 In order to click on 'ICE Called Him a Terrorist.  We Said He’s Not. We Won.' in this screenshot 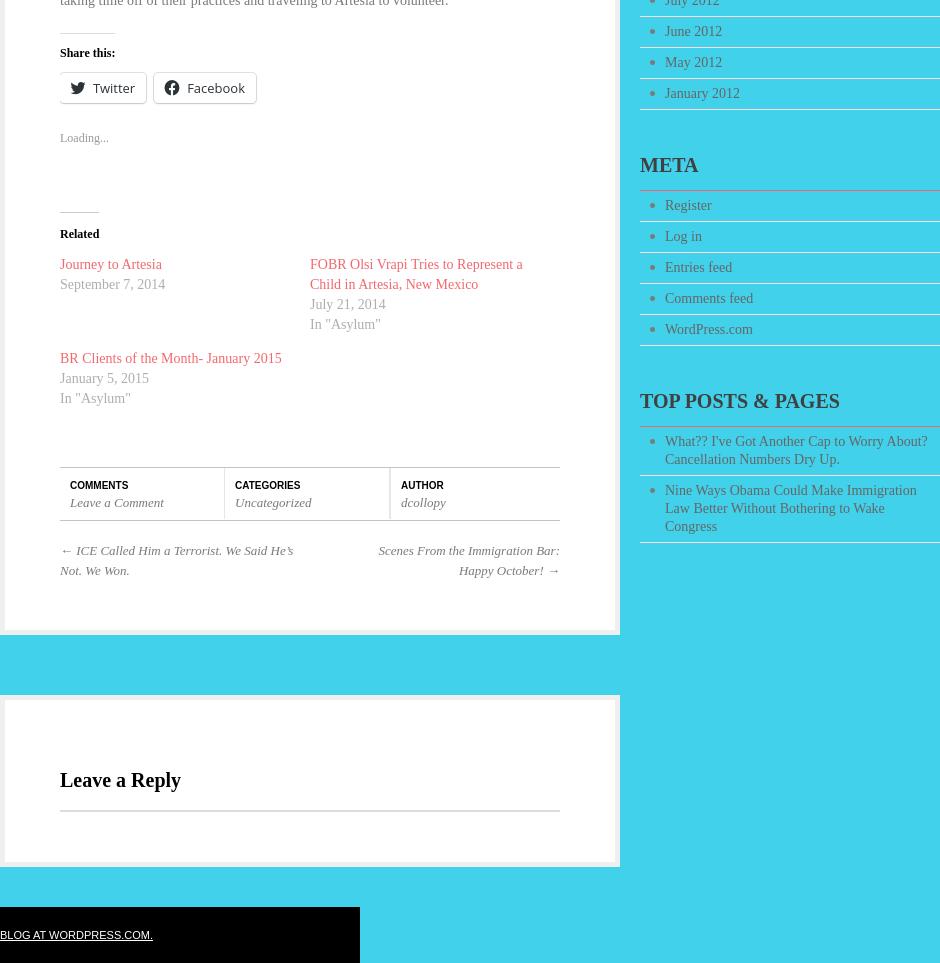, I will do `click(176, 558)`.